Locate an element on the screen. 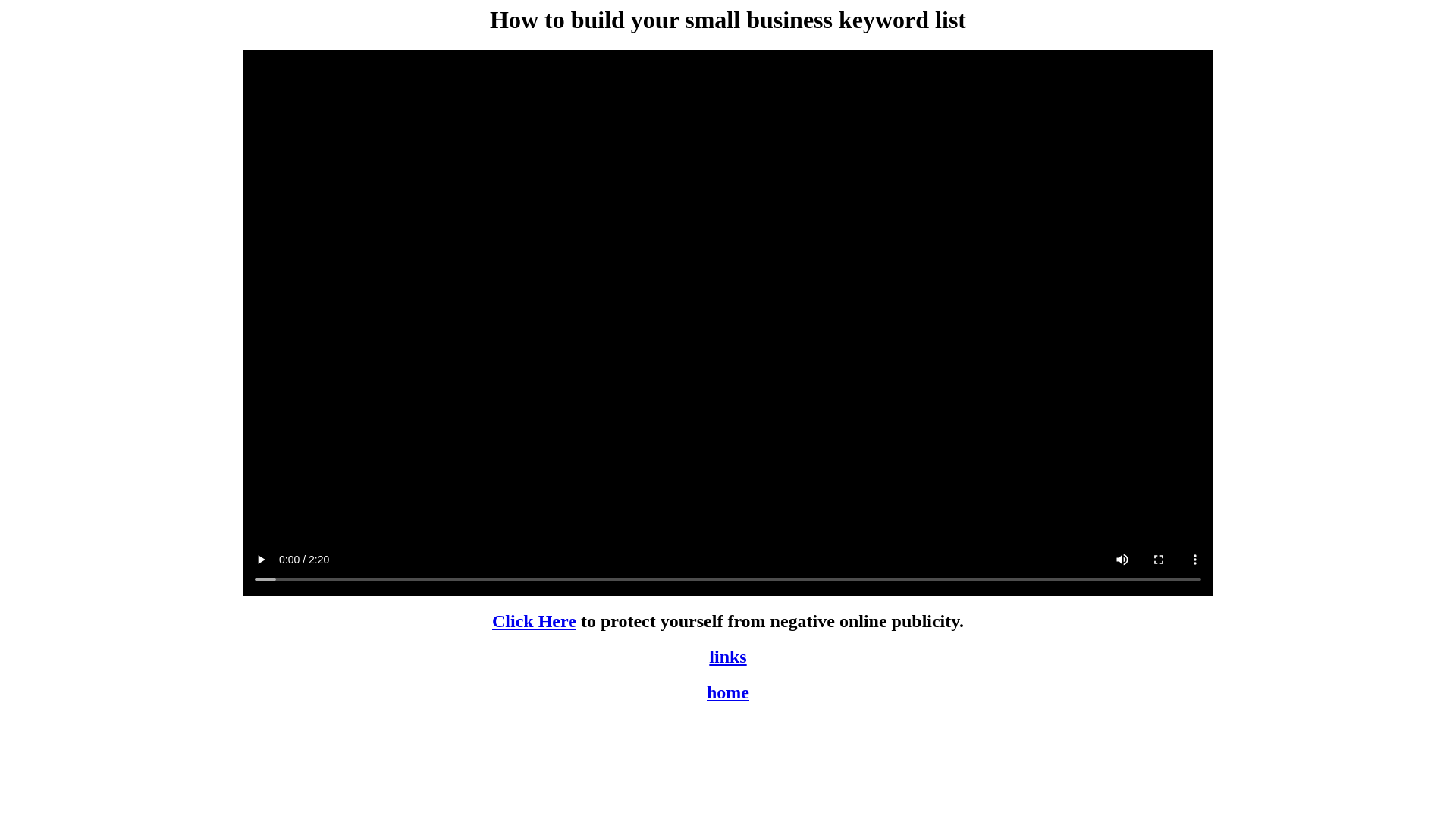  'home' is located at coordinates (728, 692).